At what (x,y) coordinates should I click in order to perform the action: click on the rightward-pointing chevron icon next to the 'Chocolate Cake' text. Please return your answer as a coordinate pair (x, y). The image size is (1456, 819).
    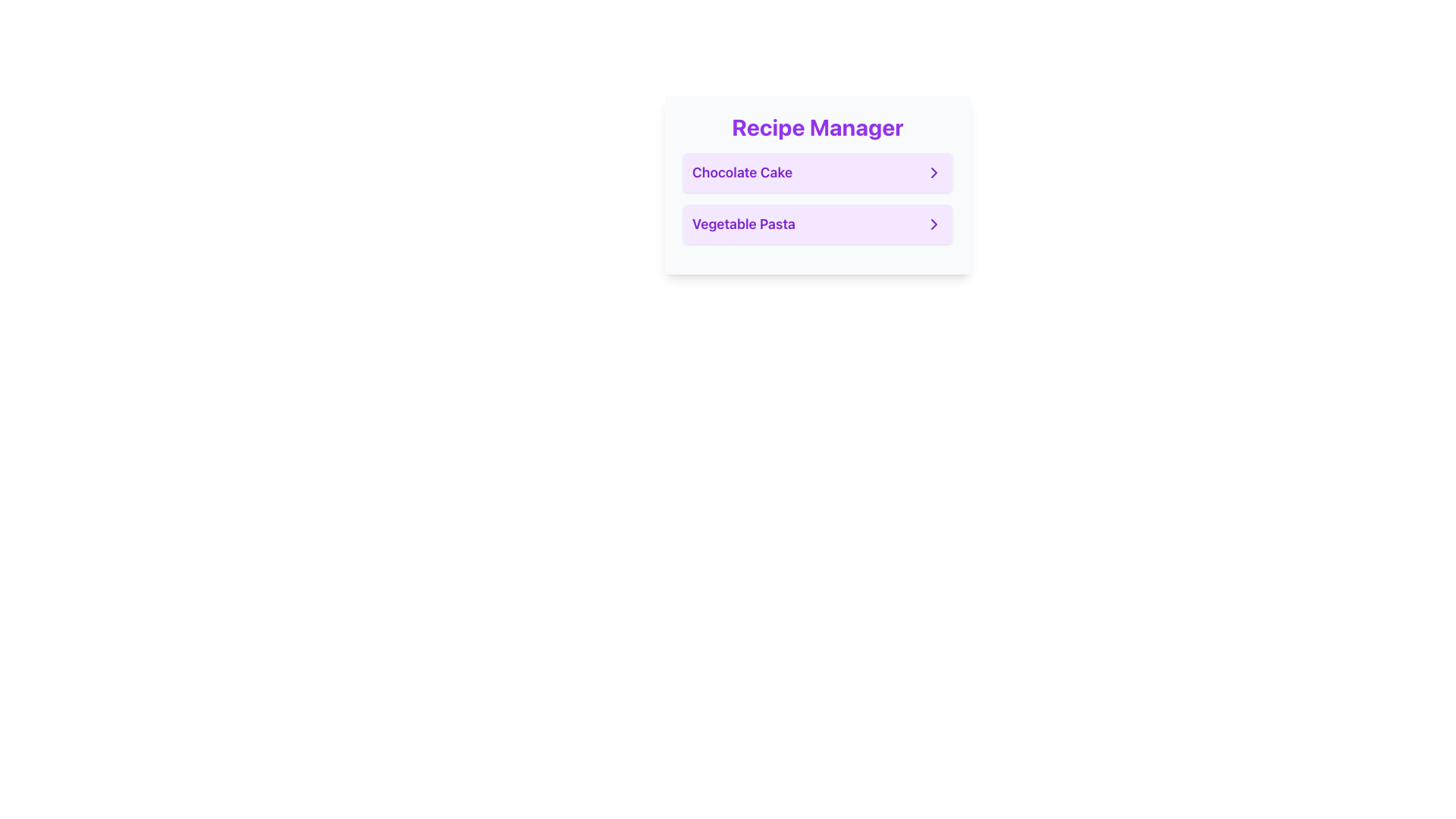
    Looking at the image, I should click on (934, 171).